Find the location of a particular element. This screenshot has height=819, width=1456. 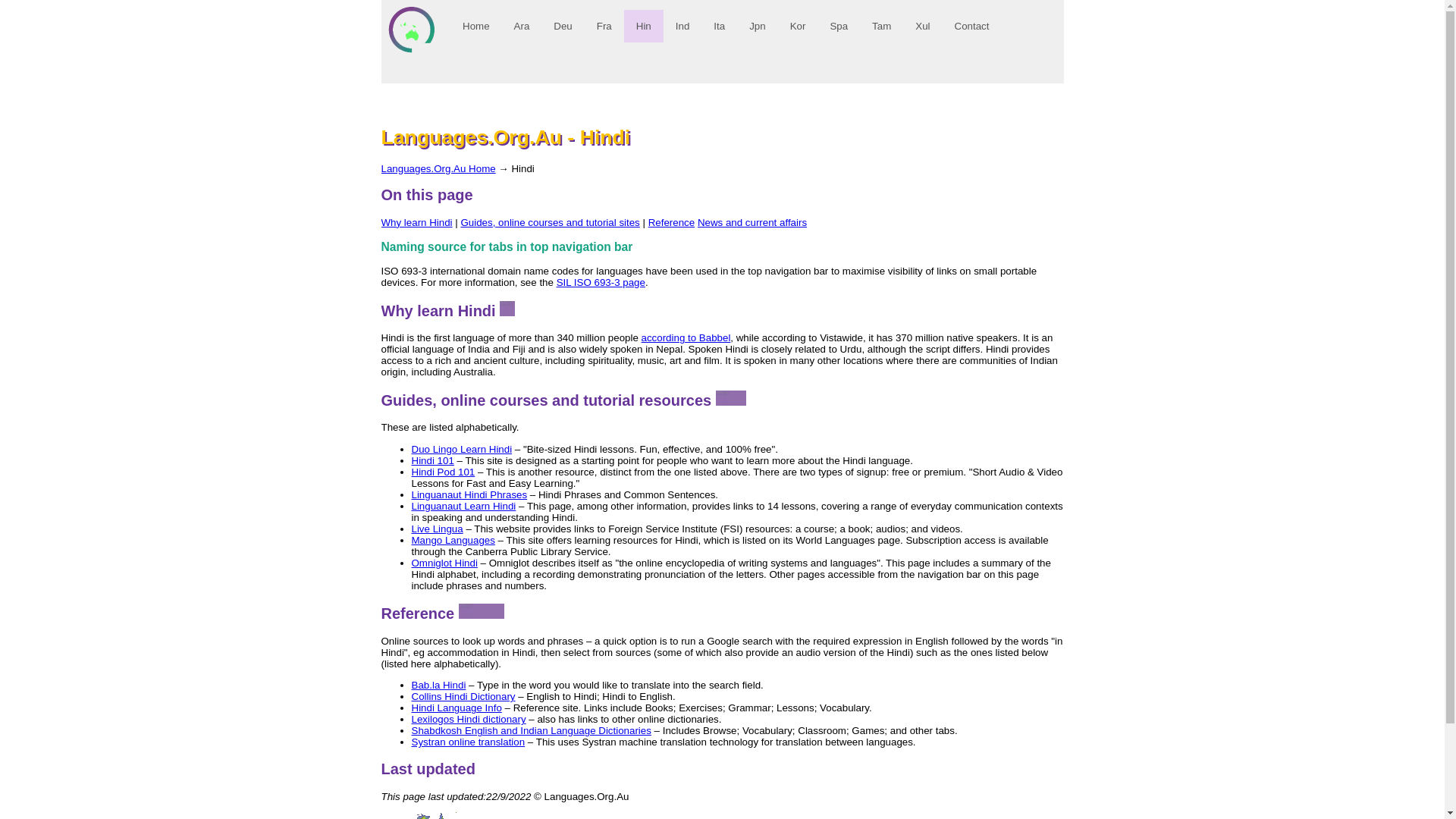

'Ara' is located at coordinates (521, 26).